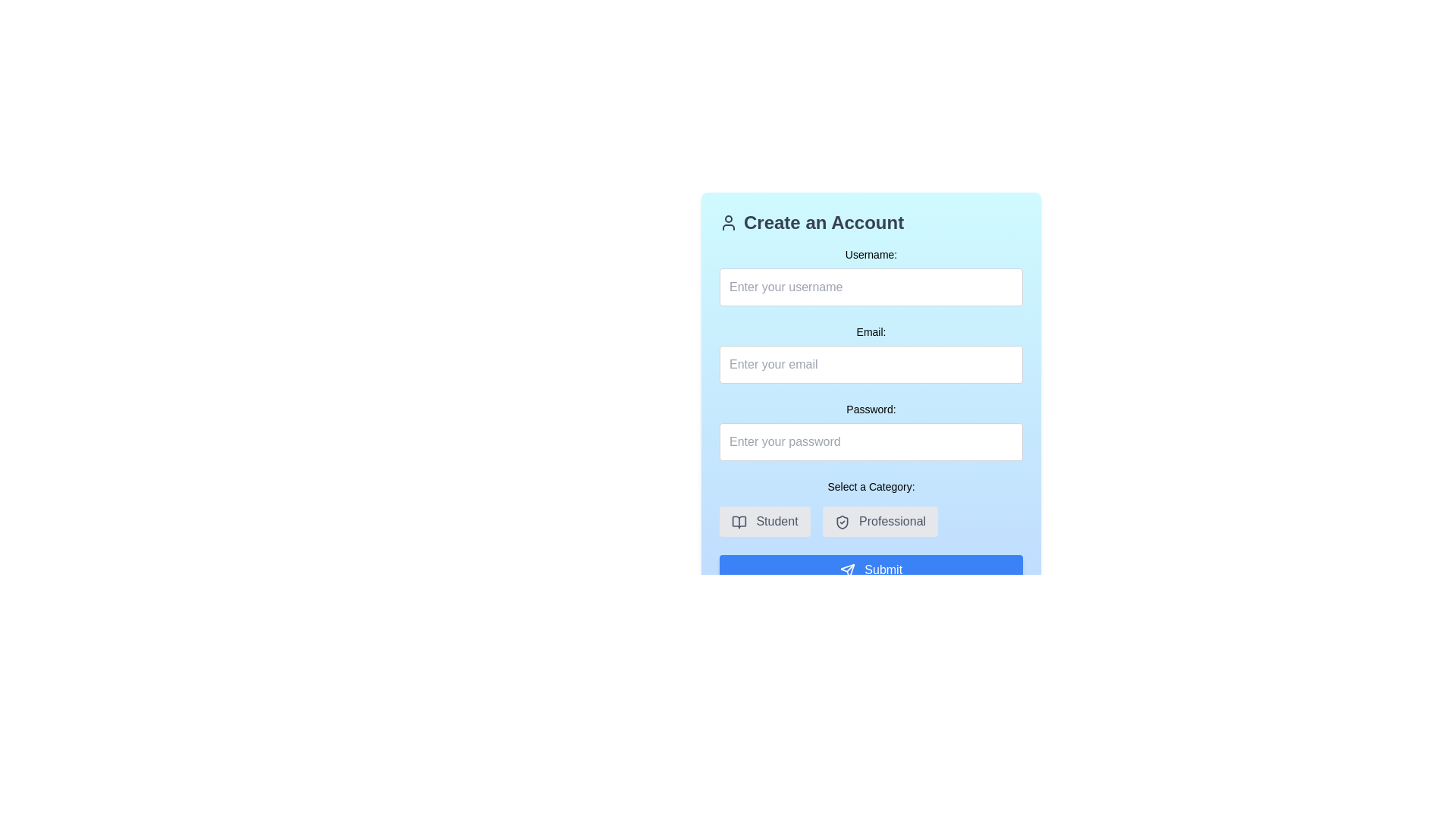 Image resolution: width=1456 pixels, height=819 pixels. I want to click on the 'Email:' label, which is a small-sized text label centrally aligned above the email input field, so click(871, 331).